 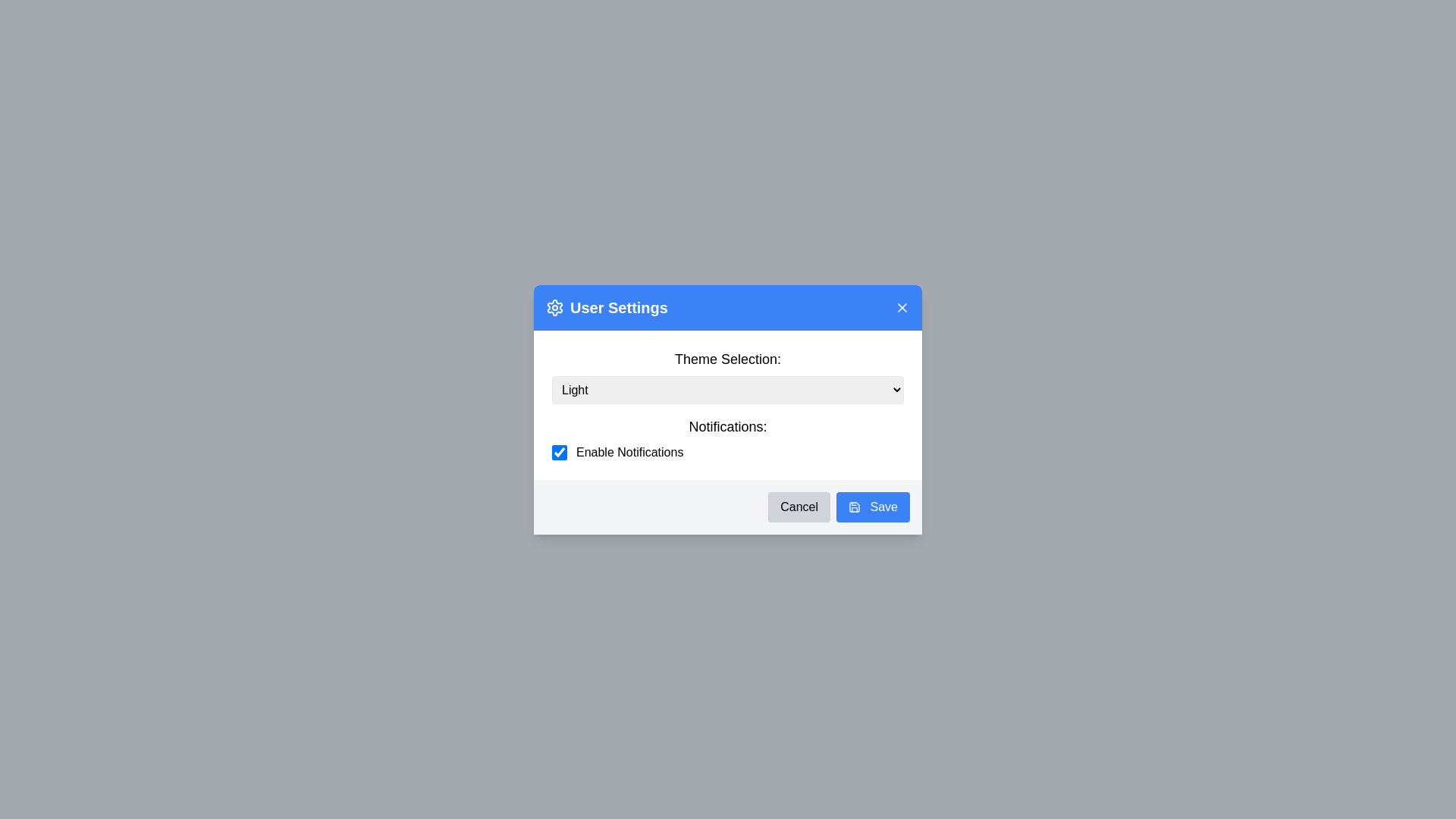 What do you see at coordinates (873, 507) in the screenshot?
I see `the save button located at the bottom-right corner of the dialog box` at bounding box center [873, 507].